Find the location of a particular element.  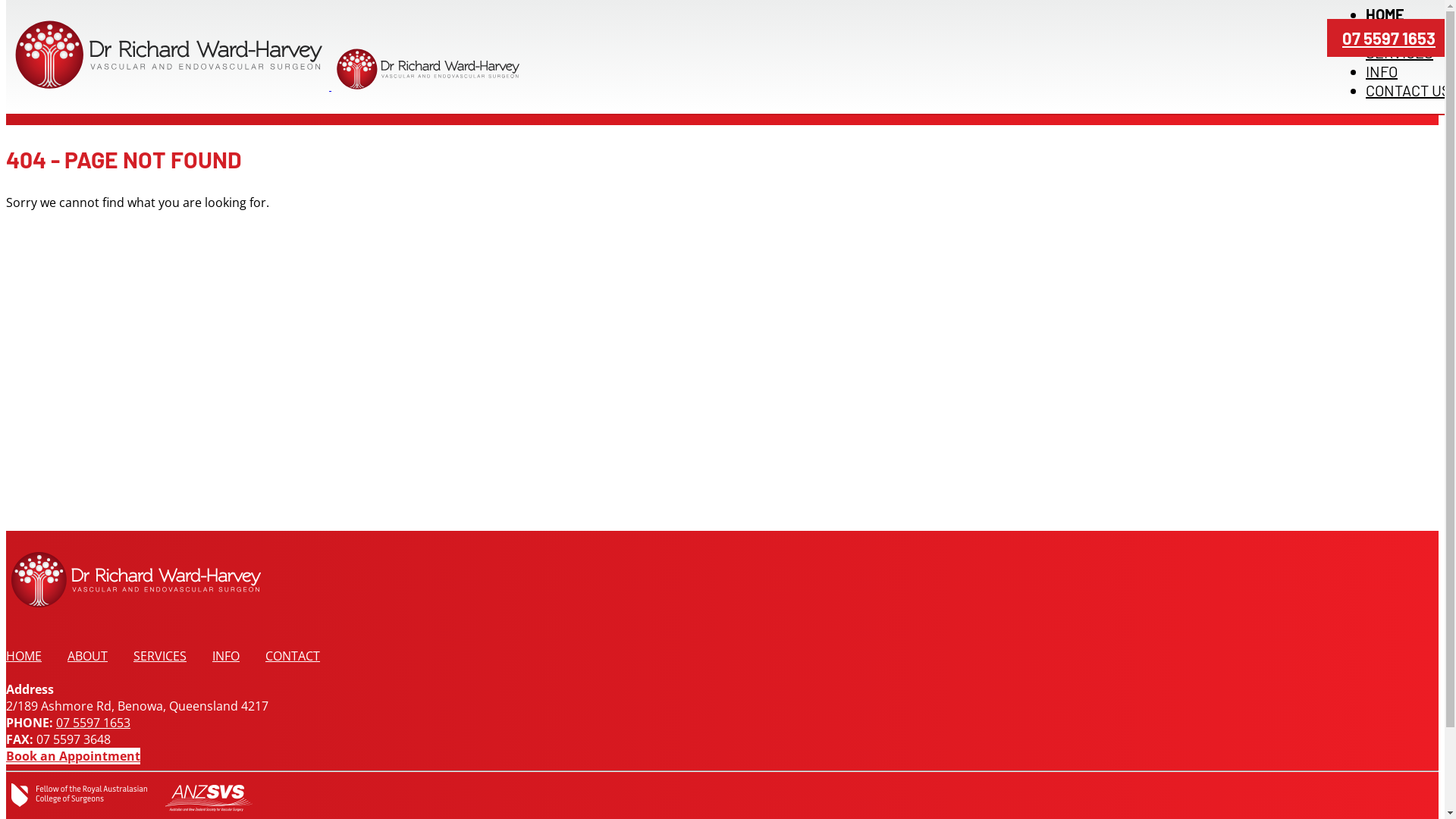

'CONTACT US' is located at coordinates (1407, 90).